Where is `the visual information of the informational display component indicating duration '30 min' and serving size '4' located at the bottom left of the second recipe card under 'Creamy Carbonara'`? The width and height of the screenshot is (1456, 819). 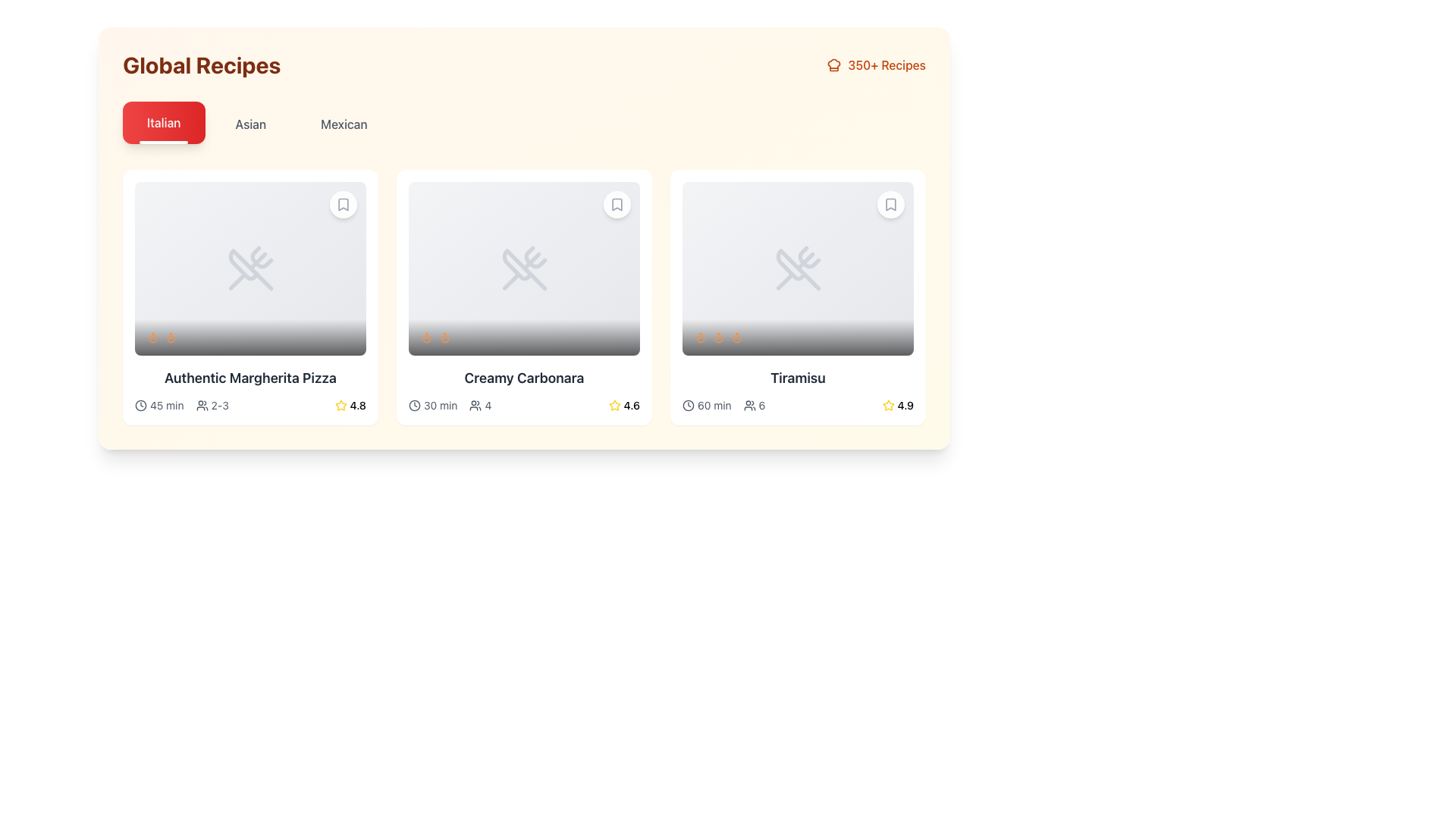
the visual information of the informational display component indicating duration '30 min' and serving size '4' located at the bottom left of the second recipe card under 'Creamy Carbonara' is located at coordinates (449, 404).